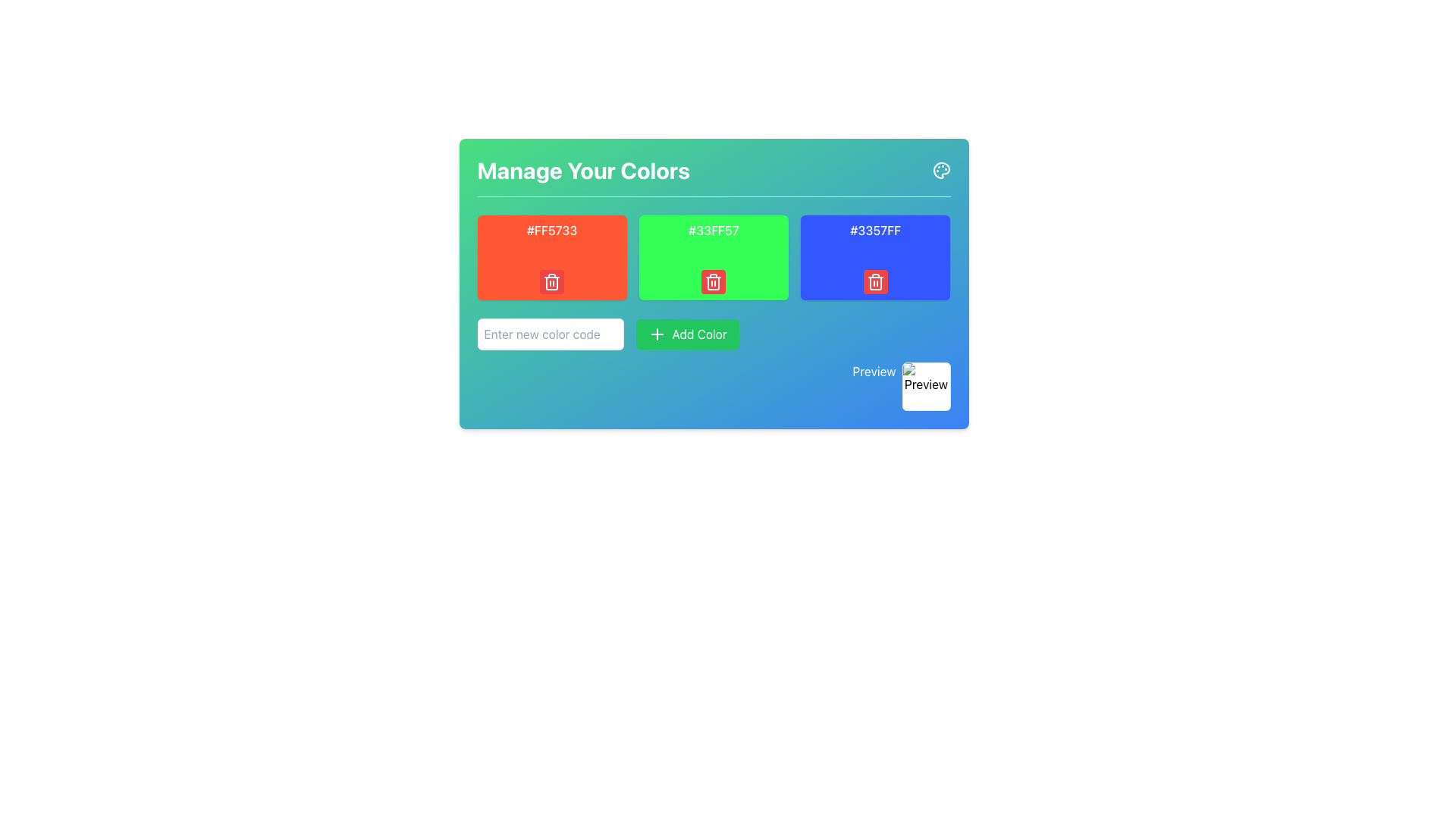  I want to click on the 'Add Color' button, which contains a text label providing information for the button's functionality, so click(698, 333).